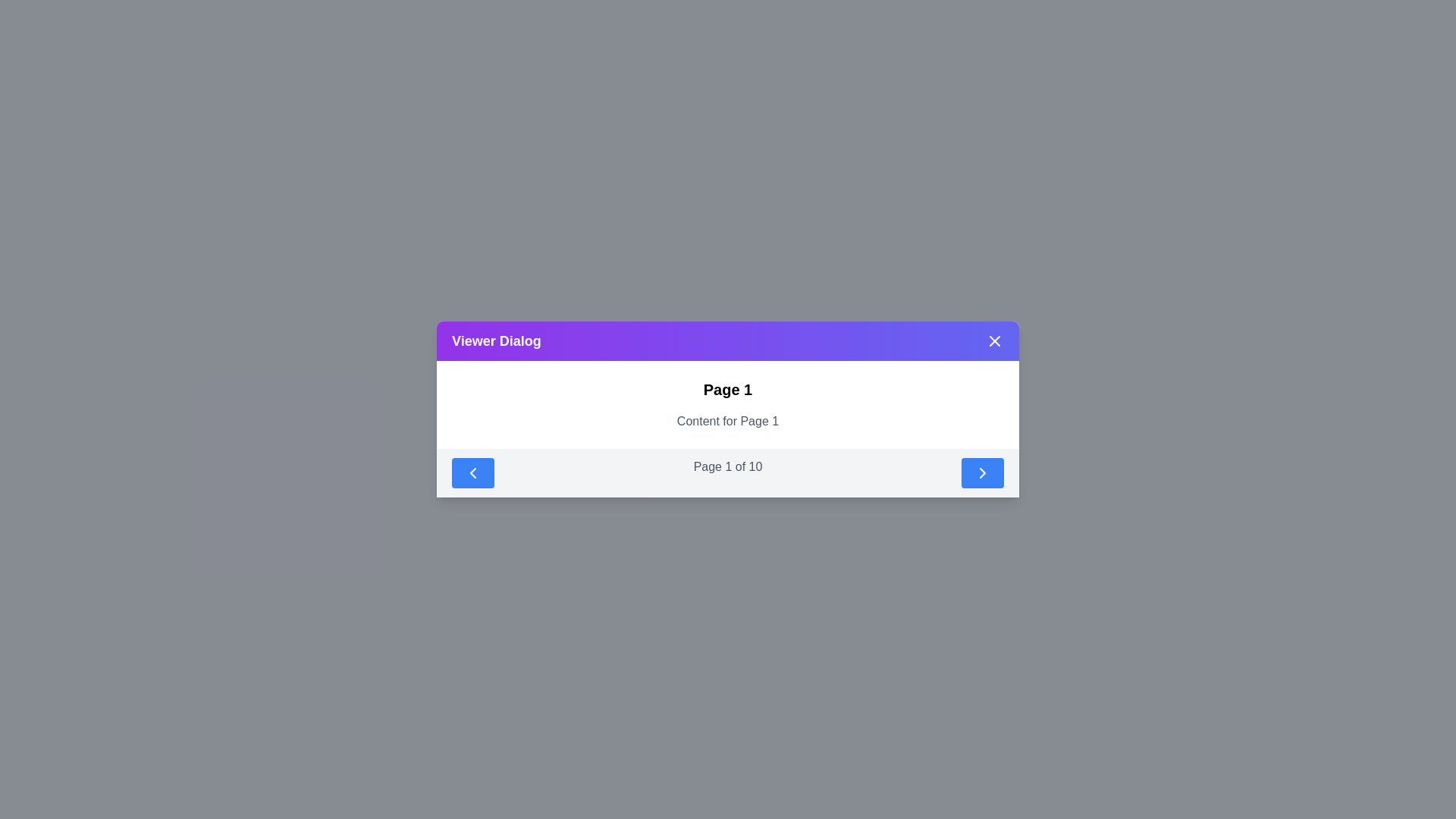  What do you see at coordinates (994, 341) in the screenshot?
I see `the close button in the top-right corner of the dialog to close it` at bounding box center [994, 341].